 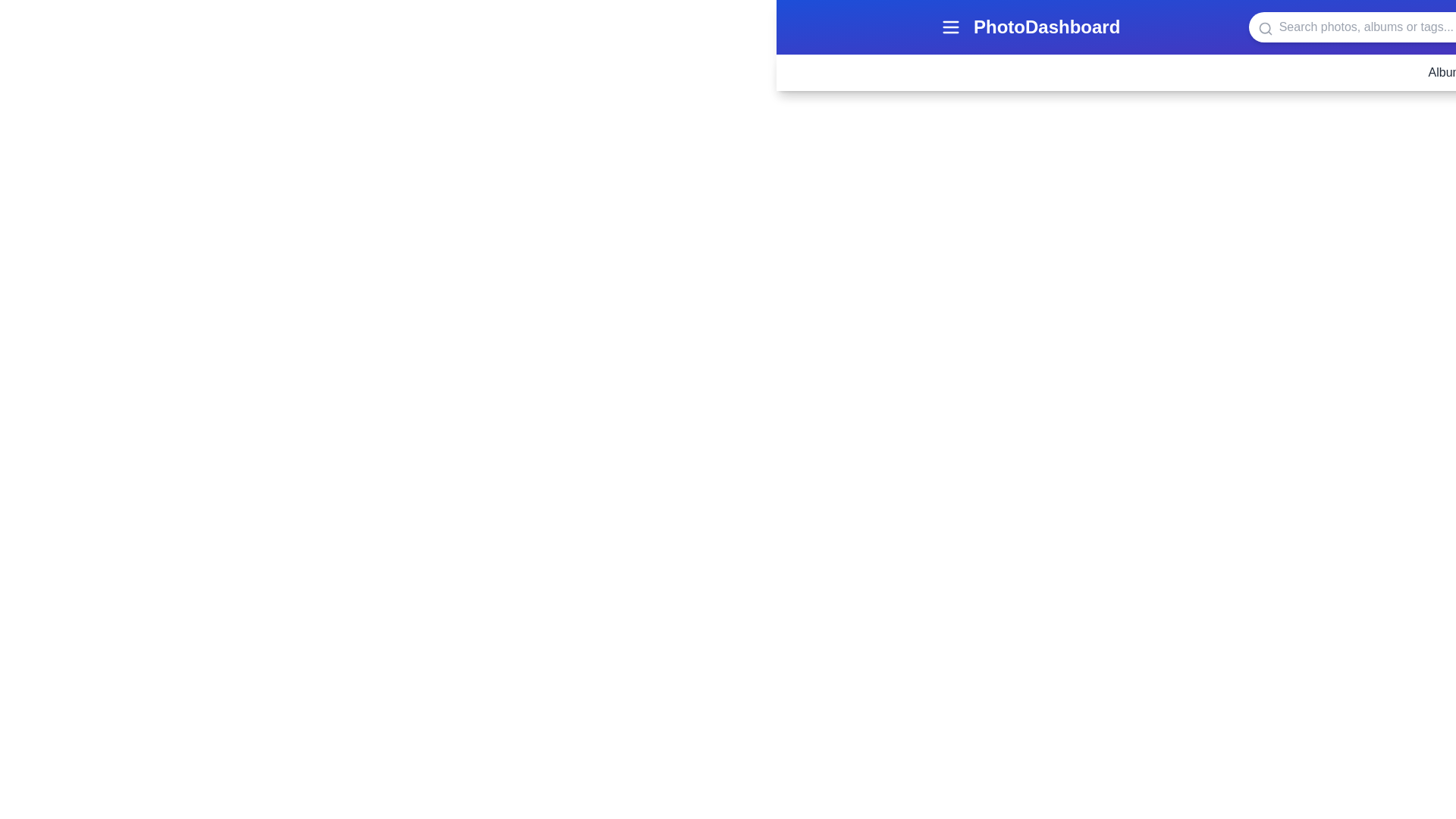 I want to click on the menu icon to toggle the menu visibility, so click(x=949, y=27).